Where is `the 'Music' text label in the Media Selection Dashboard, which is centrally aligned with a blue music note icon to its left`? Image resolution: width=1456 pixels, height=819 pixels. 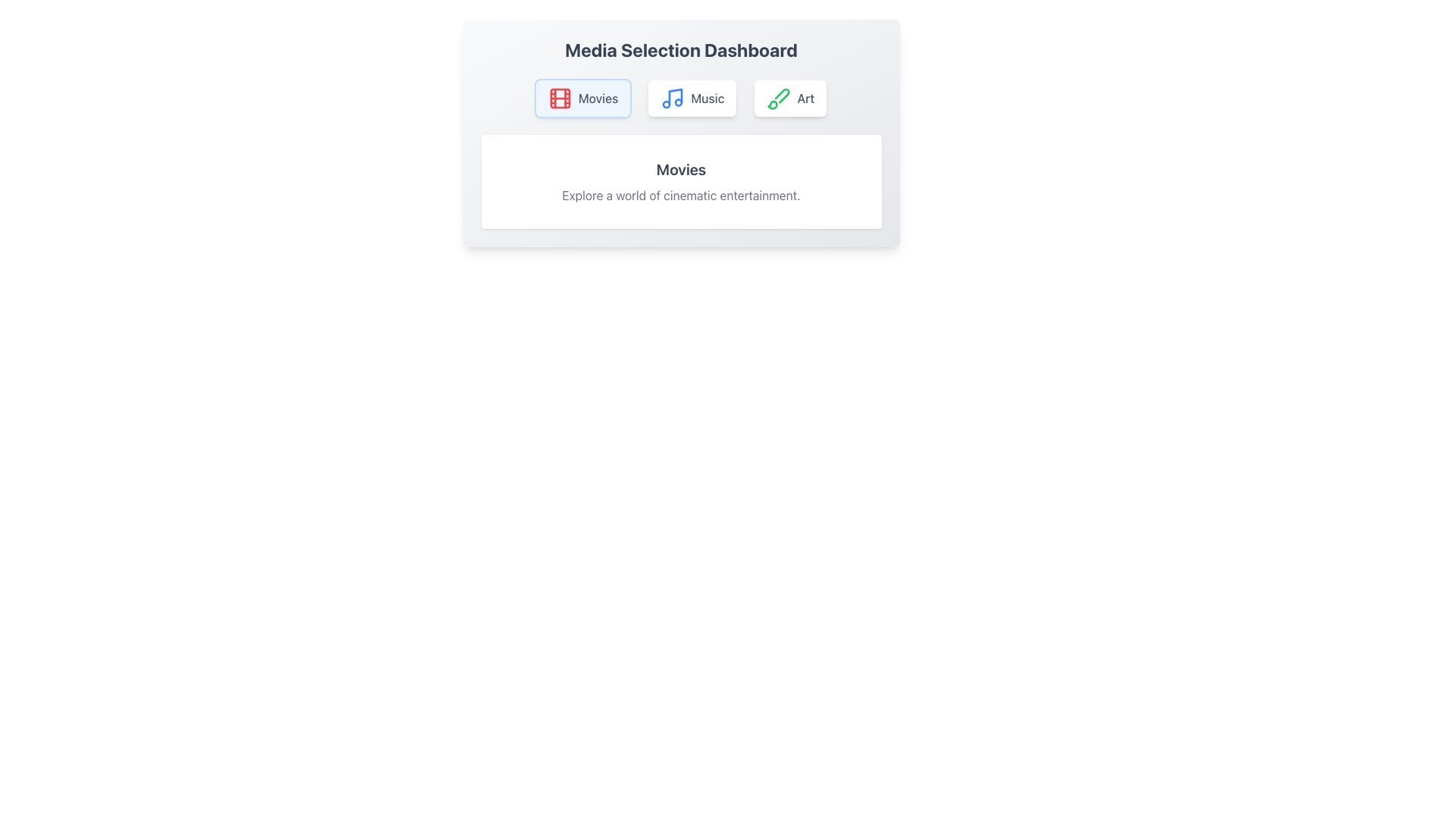 the 'Music' text label in the Media Selection Dashboard, which is centrally aligned with a blue music note icon to its left is located at coordinates (707, 99).